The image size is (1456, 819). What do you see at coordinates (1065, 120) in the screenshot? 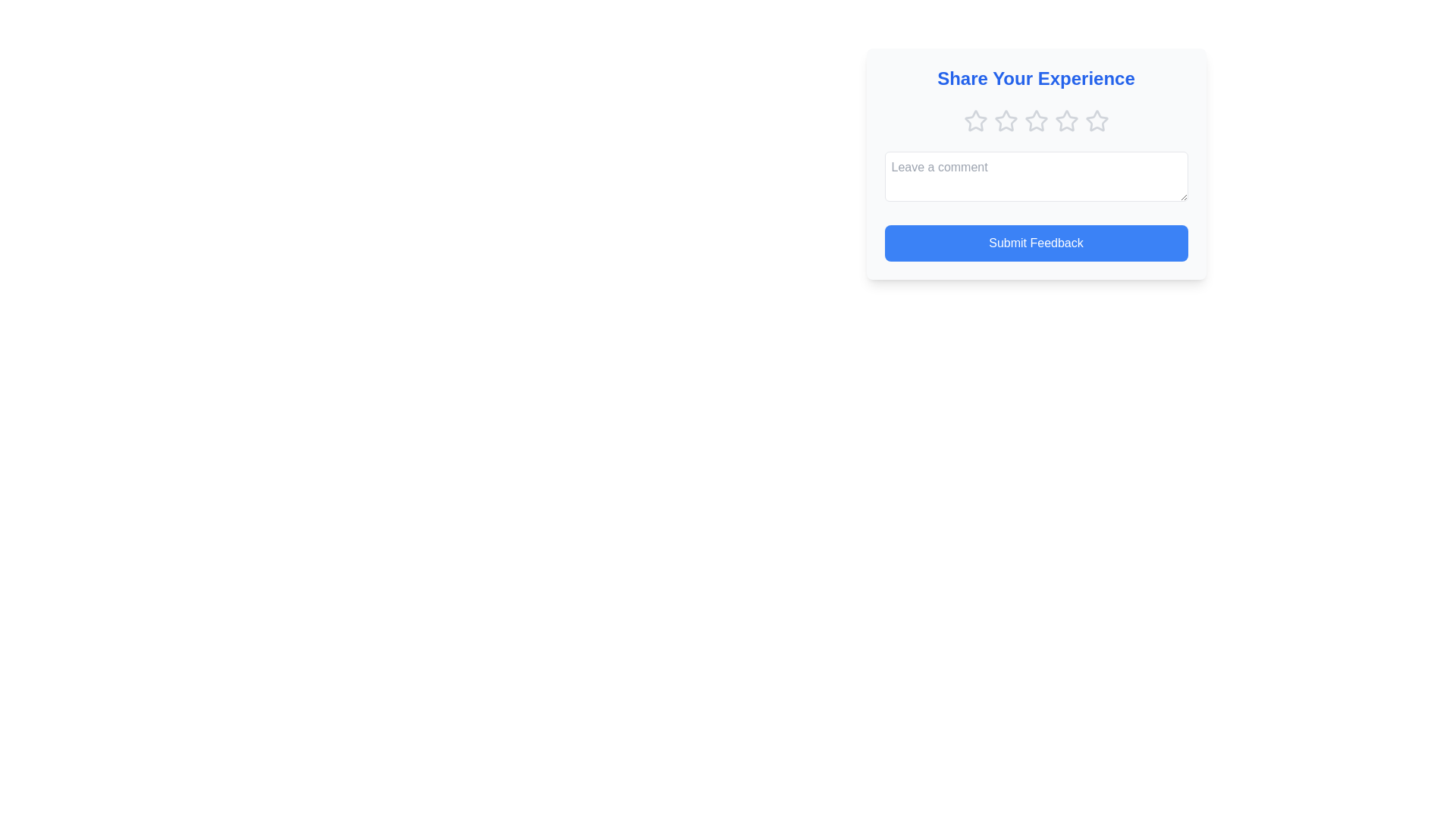
I see `the fourth star icon in the rating component under 'Share Your Experience'` at bounding box center [1065, 120].